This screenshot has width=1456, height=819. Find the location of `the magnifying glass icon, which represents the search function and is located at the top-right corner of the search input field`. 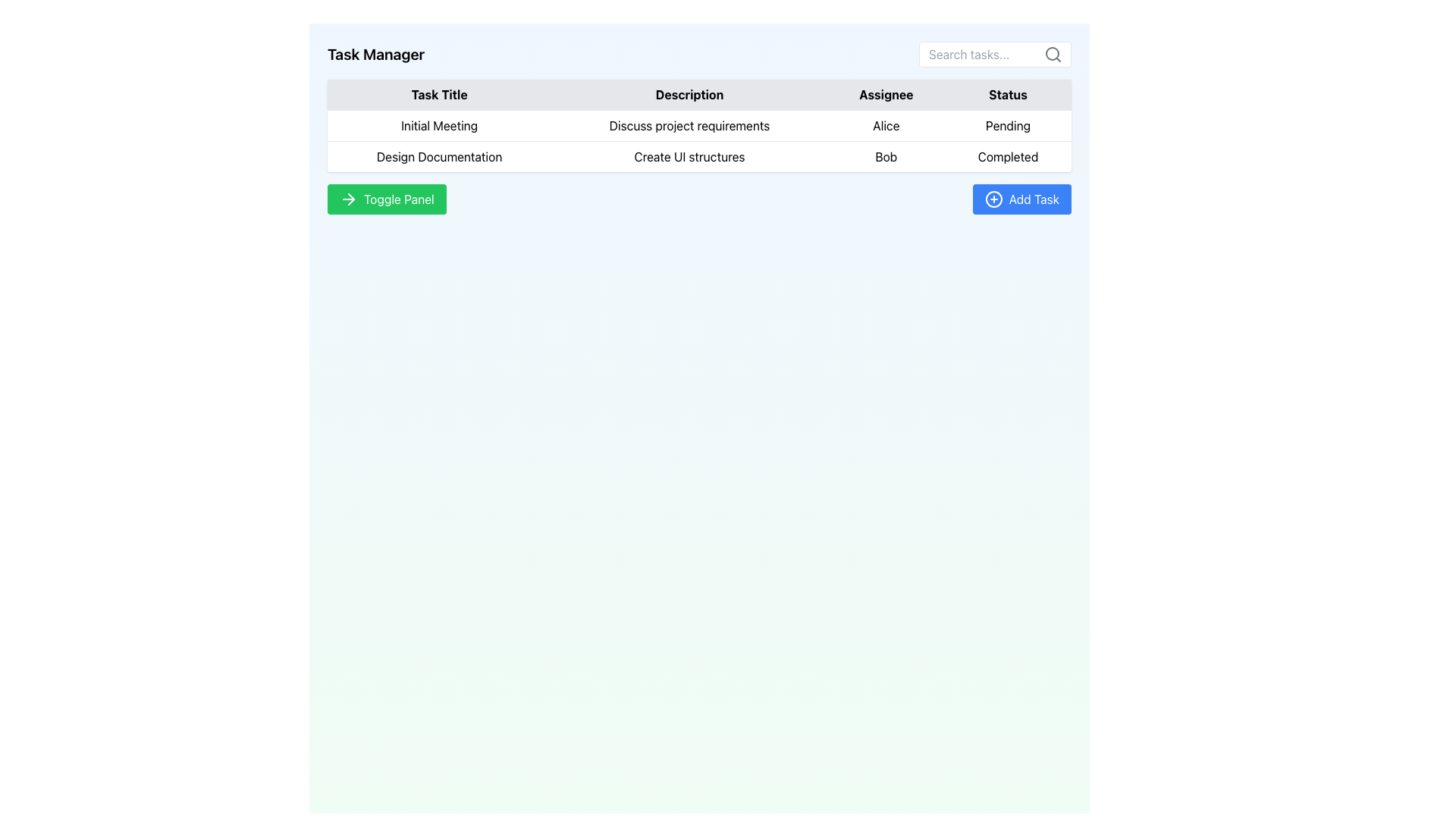

the magnifying glass icon, which represents the search function and is located at the top-right corner of the search input field is located at coordinates (1052, 54).